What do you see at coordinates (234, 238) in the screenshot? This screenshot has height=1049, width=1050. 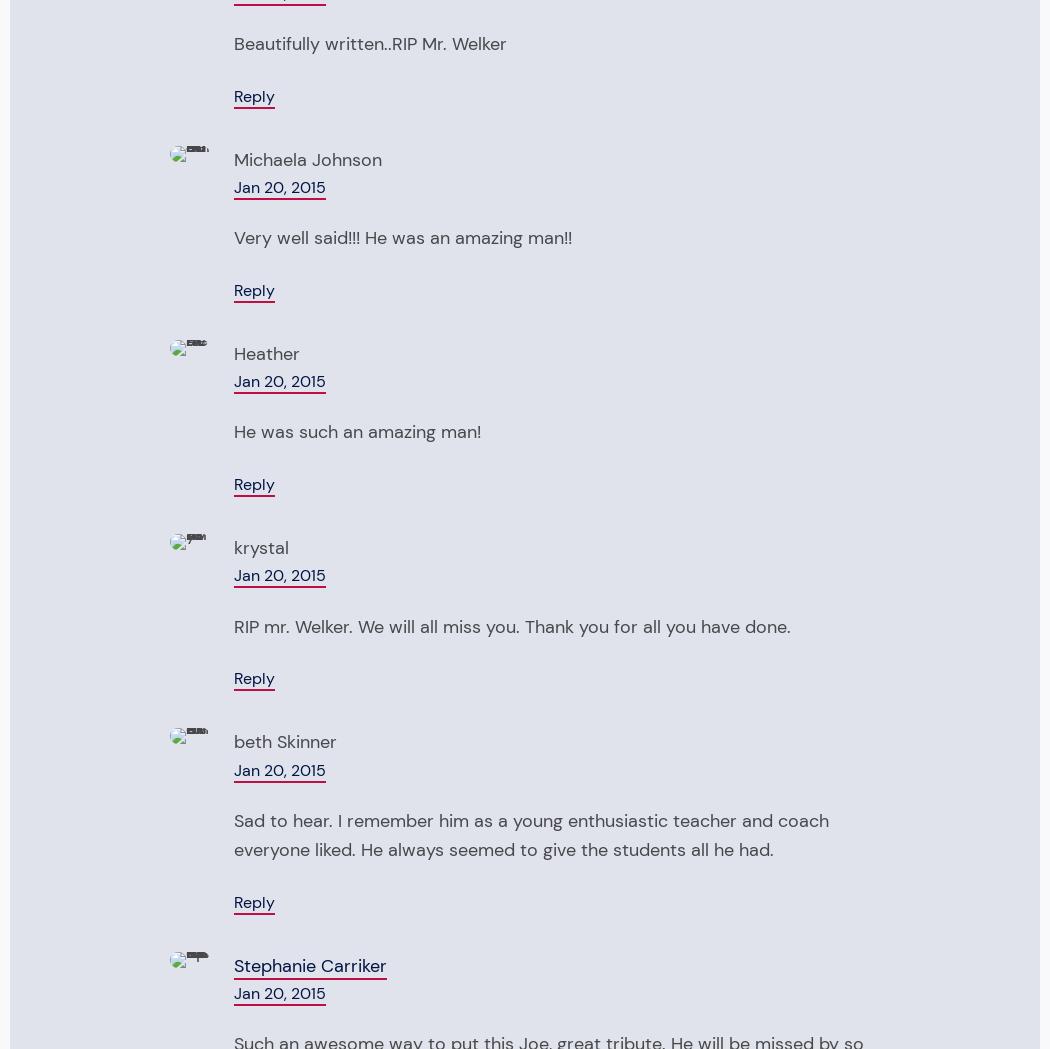 I see `'Very well said!!! He was an amazing man!!'` at bounding box center [234, 238].